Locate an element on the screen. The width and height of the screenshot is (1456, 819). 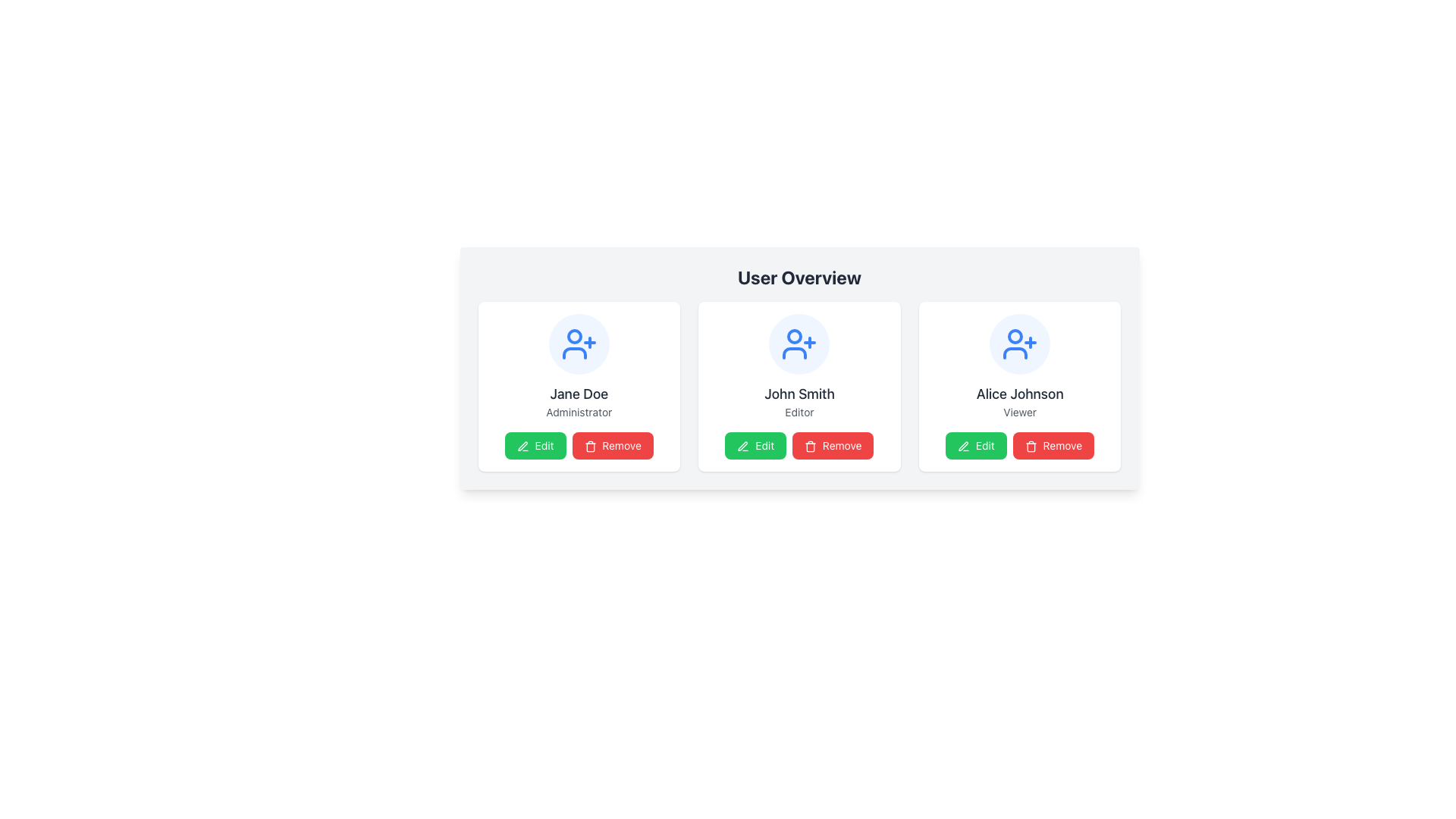
the user icon with an addition symbol at the center-top area of Alice Johnson's profile card is located at coordinates (1020, 344).